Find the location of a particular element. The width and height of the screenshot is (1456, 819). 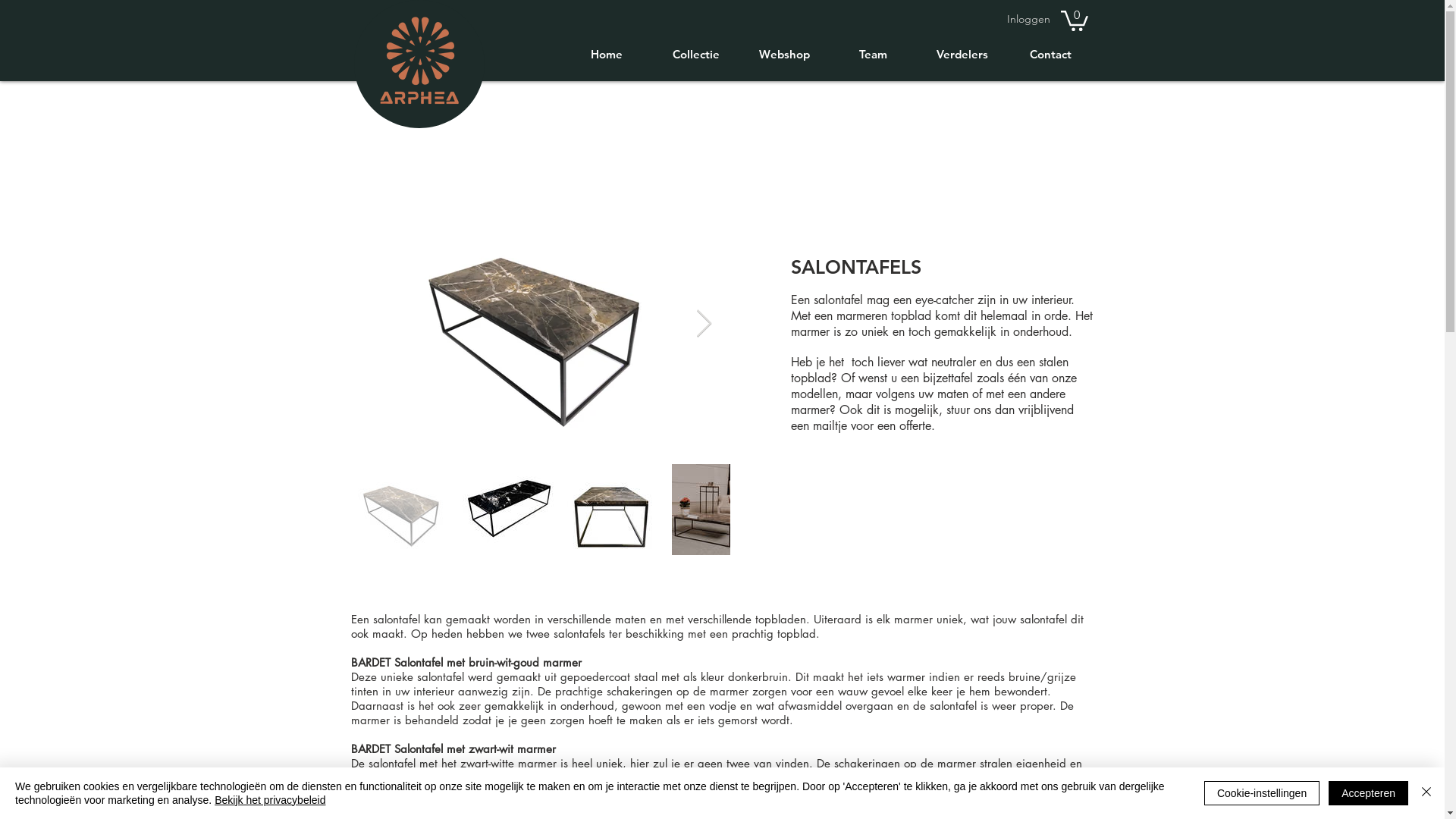

'Collectie' is located at coordinates (651, 54).